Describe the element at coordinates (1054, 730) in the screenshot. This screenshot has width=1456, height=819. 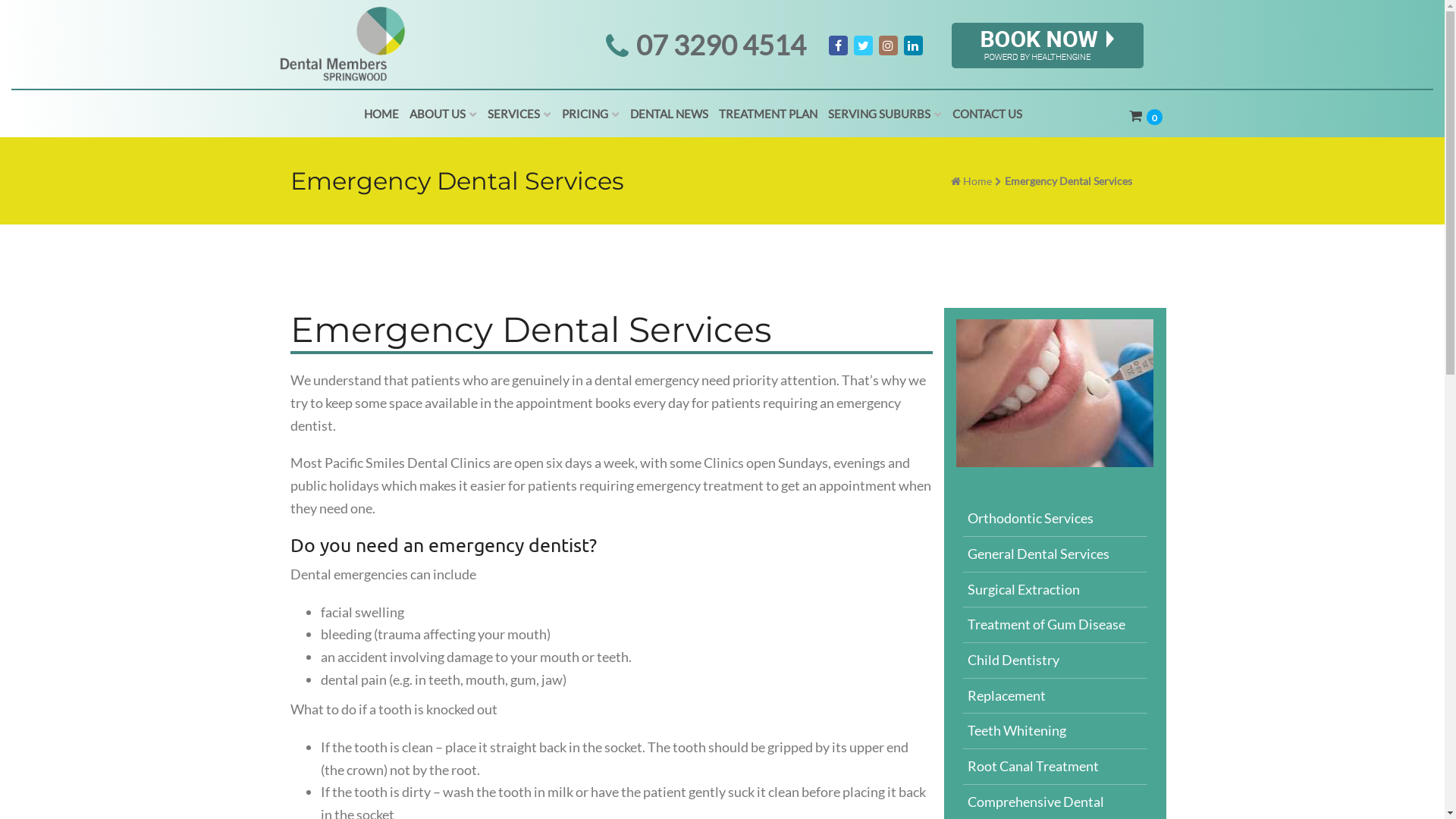
I see `'Teeth Whitening'` at that location.